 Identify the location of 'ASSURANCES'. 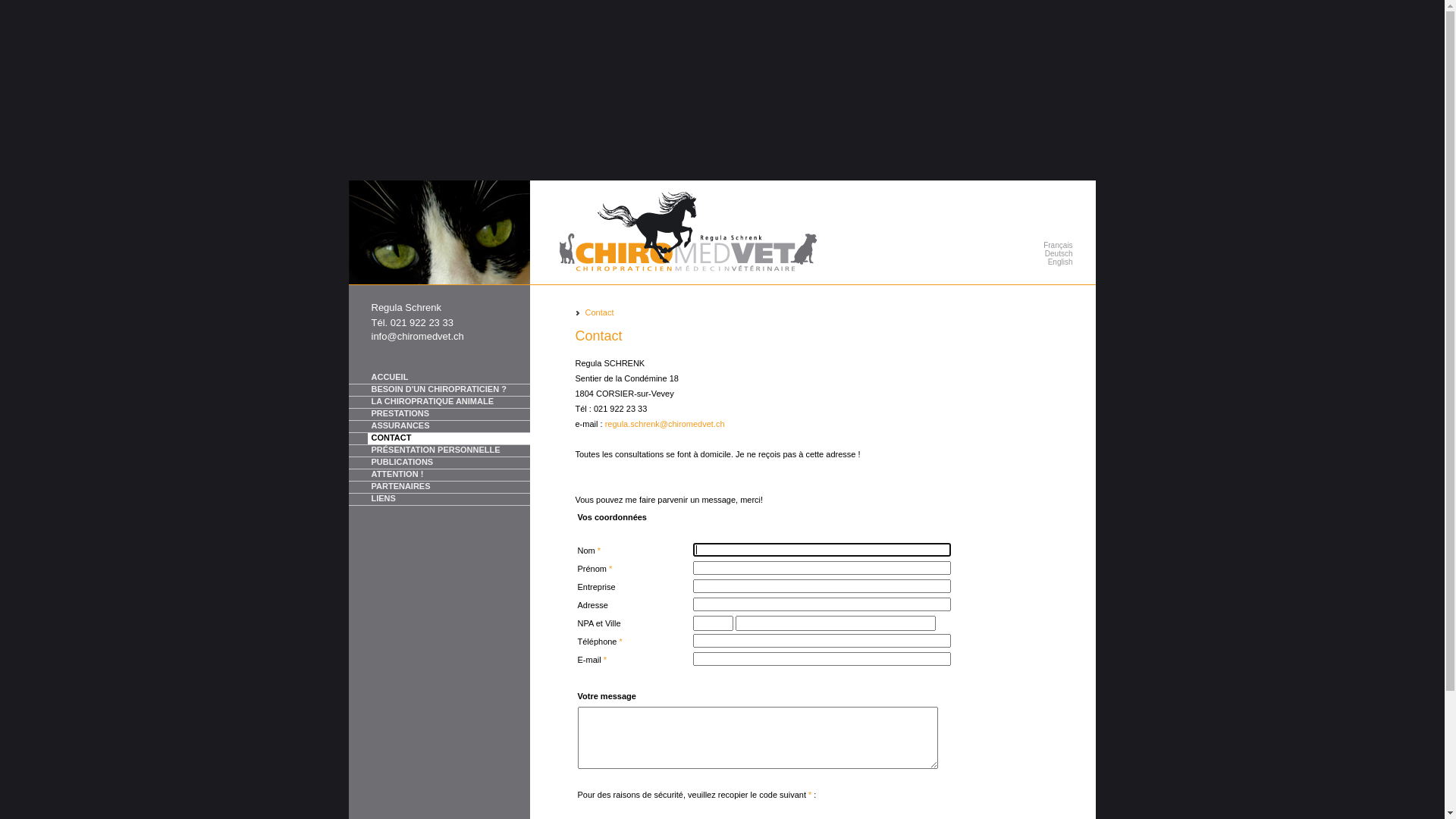
(438, 427).